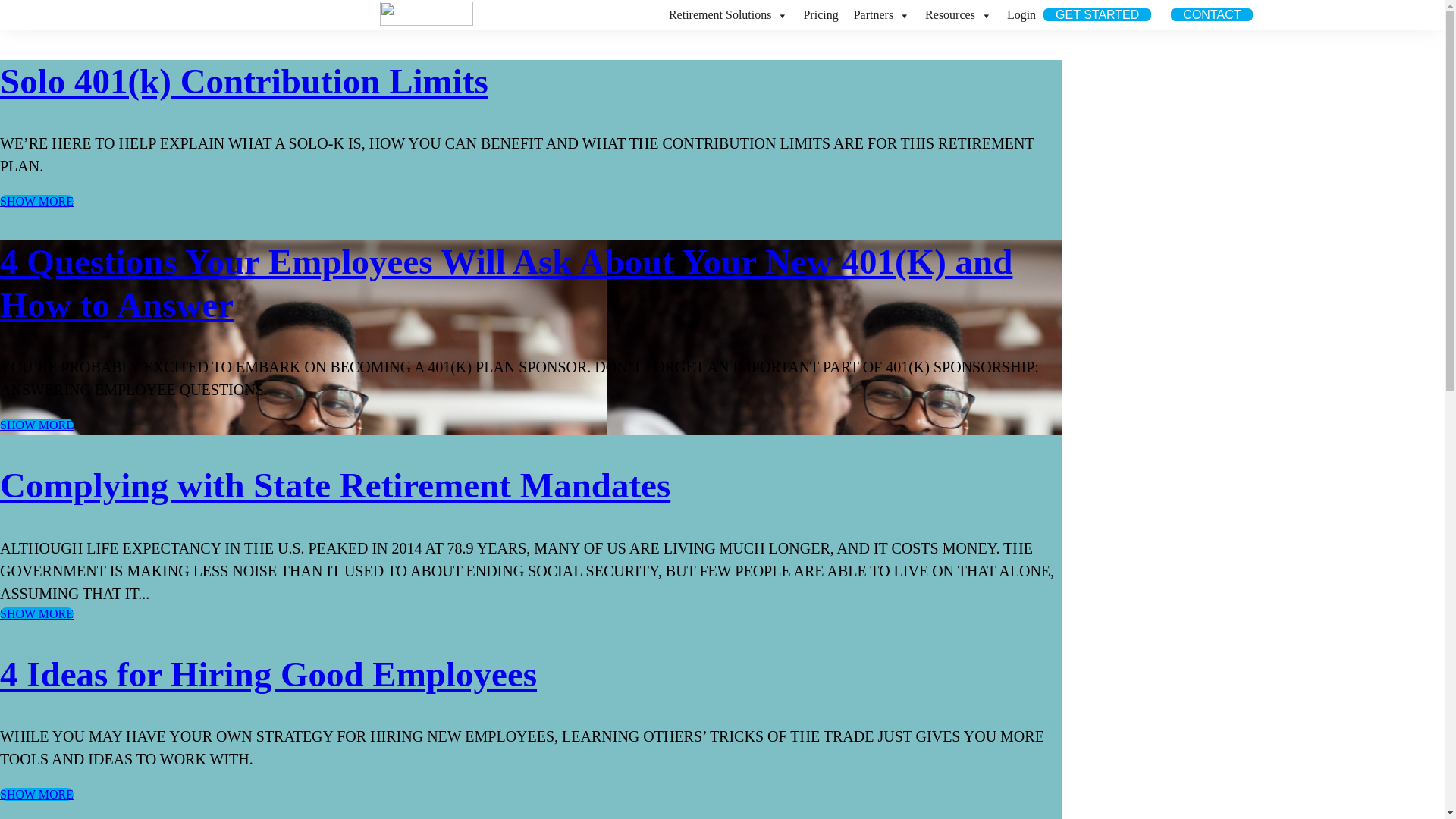 This screenshot has height=819, width=1456. Describe the element at coordinates (728, 14) in the screenshot. I see `'Retirement Solutions'` at that location.